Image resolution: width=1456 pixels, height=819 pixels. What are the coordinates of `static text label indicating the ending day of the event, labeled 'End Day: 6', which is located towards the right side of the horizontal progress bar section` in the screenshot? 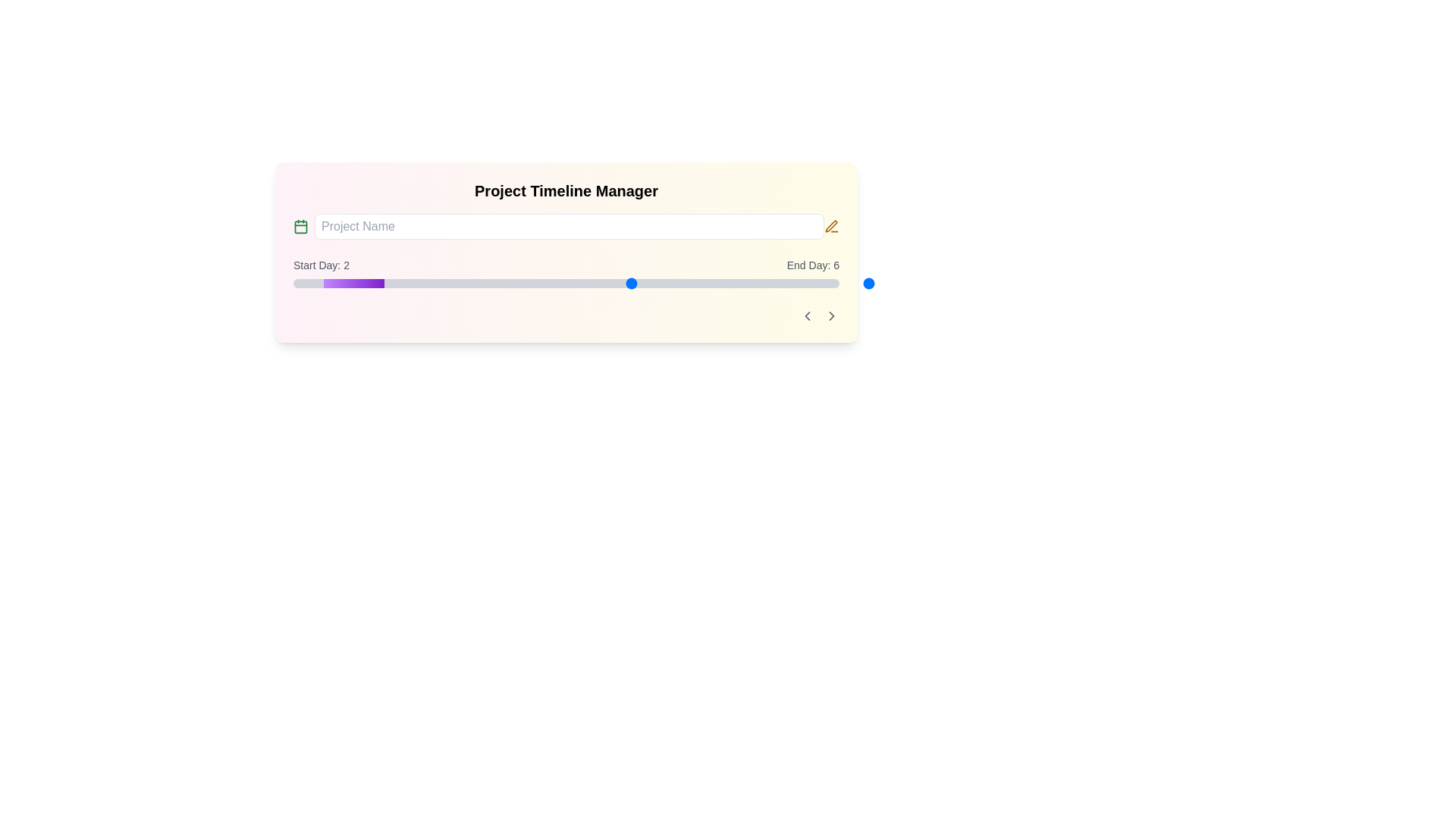 It's located at (812, 265).